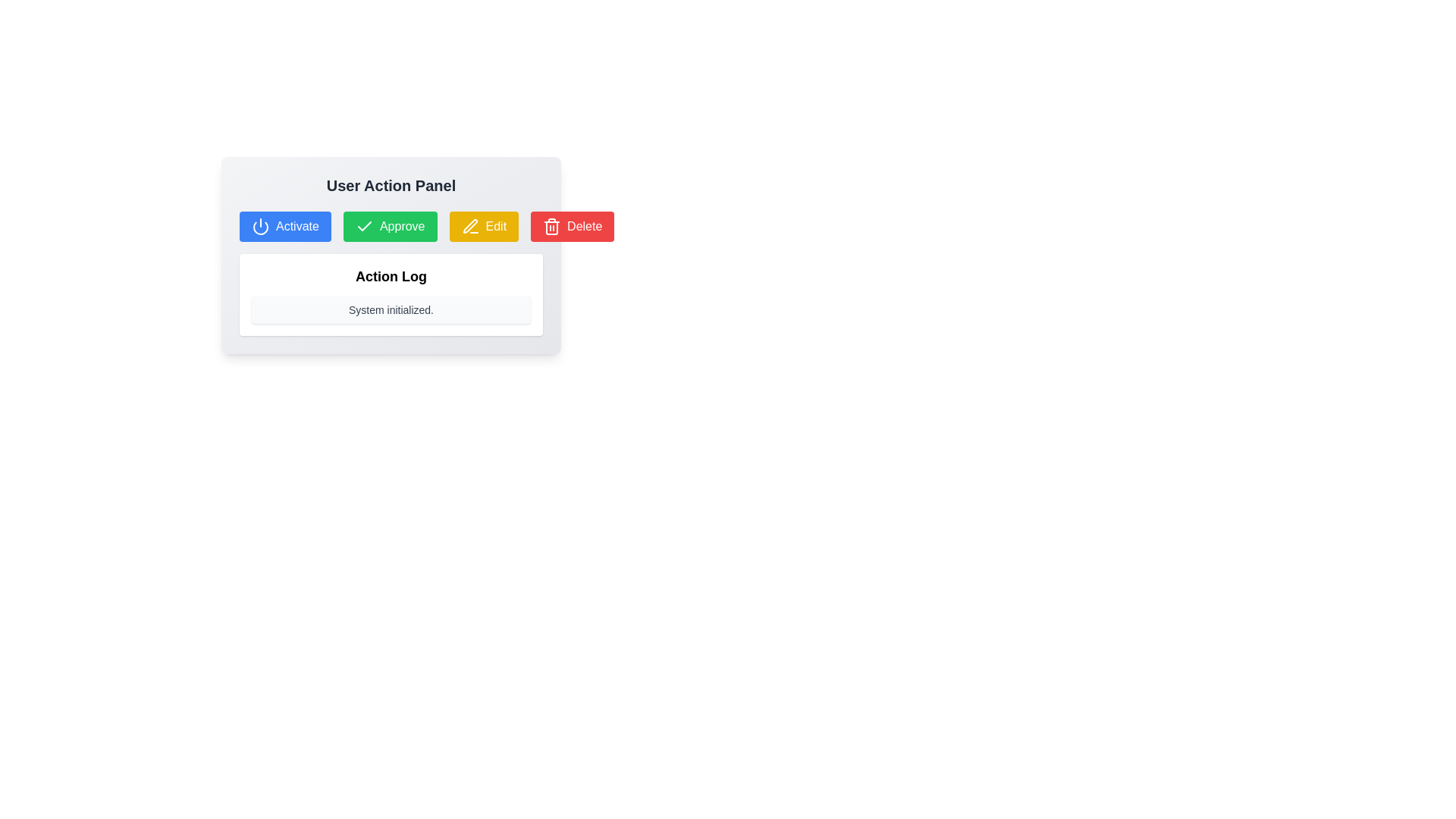  What do you see at coordinates (483, 227) in the screenshot?
I see `the yellow 'Edit' button with a pencil icon to initiate the edit action` at bounding box center [483, 227].